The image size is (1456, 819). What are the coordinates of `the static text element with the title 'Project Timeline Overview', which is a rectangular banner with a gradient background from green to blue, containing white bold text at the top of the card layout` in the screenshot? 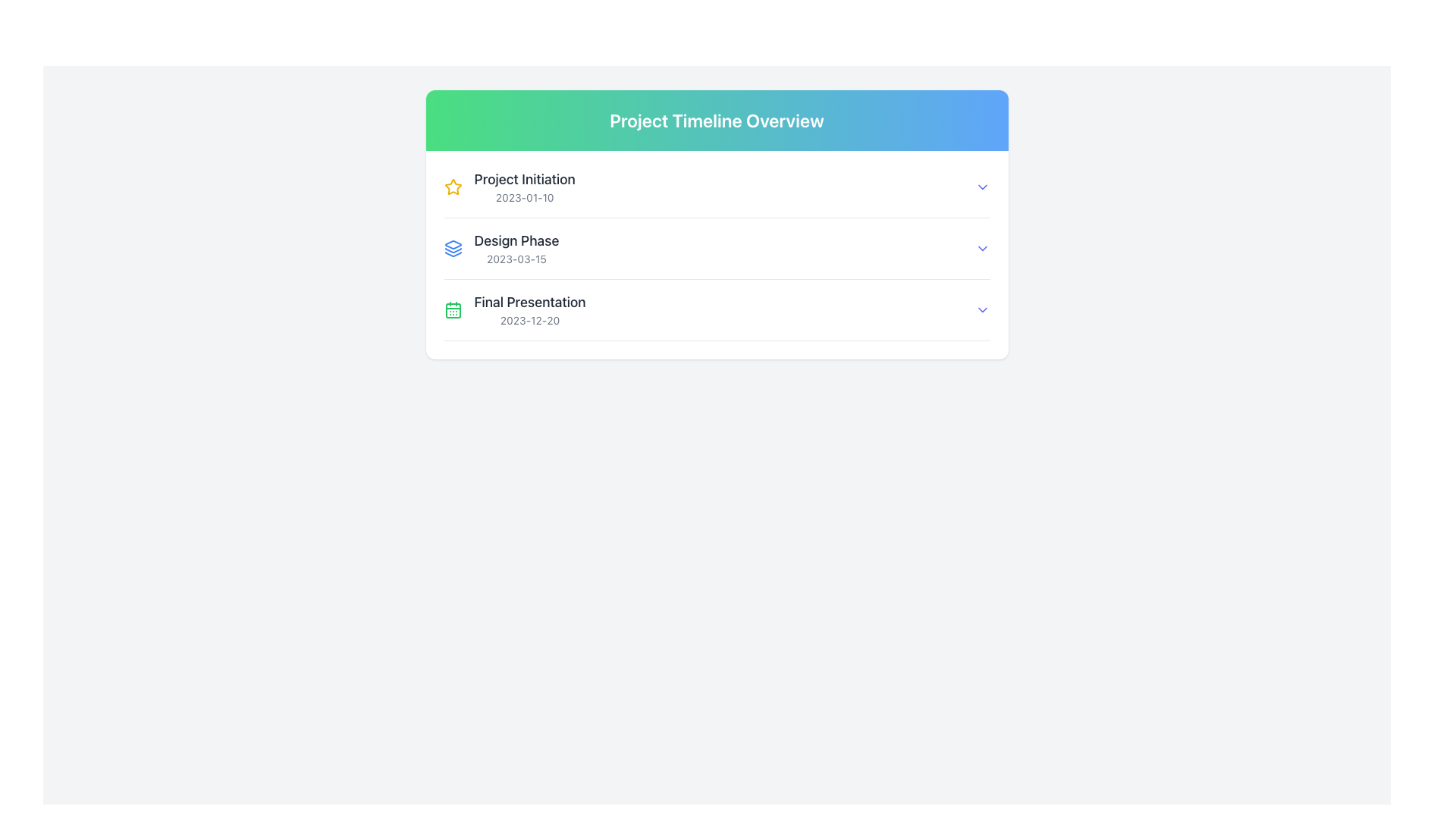 It's located at (716, 119).